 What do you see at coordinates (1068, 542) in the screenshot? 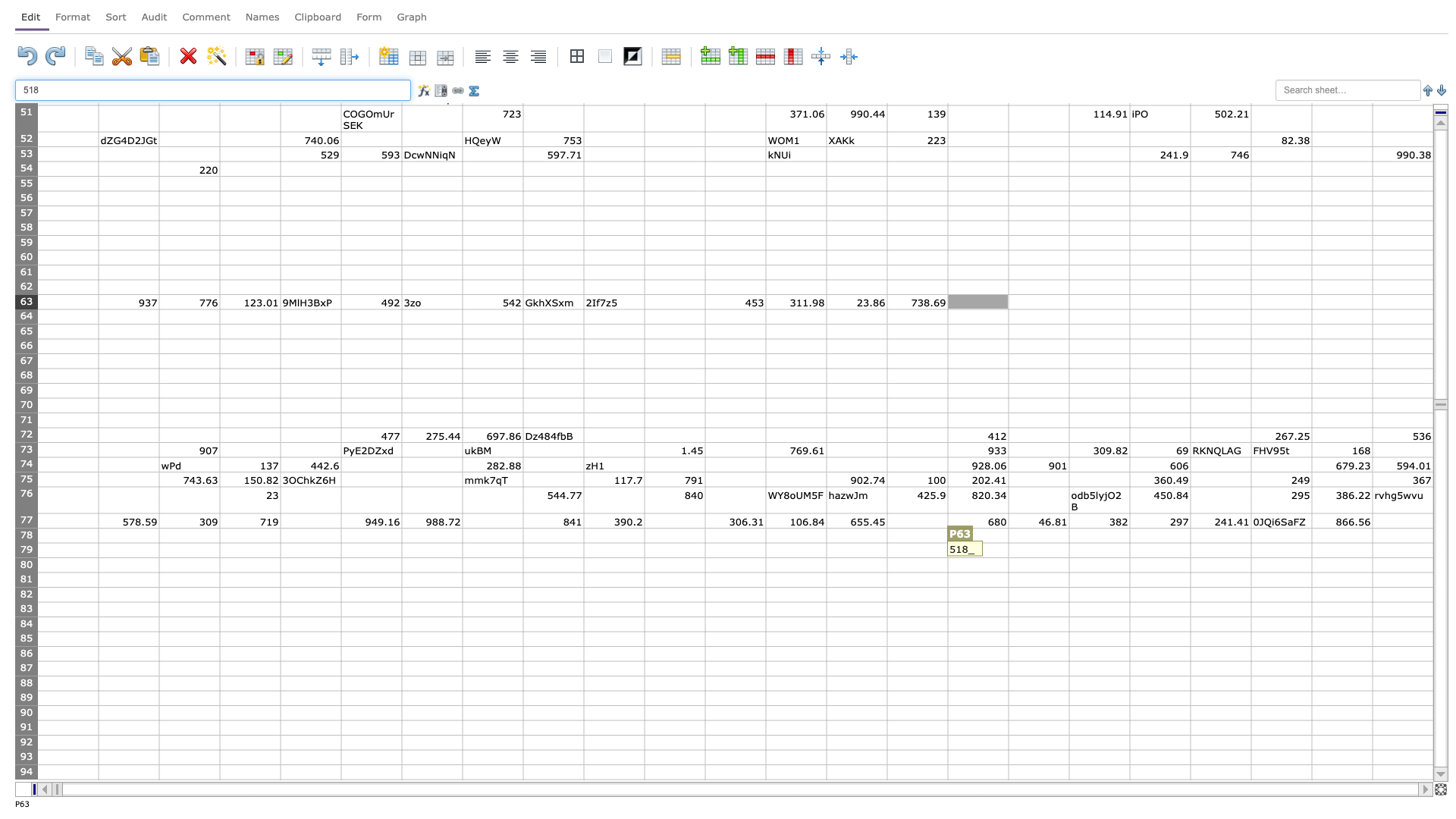
I see `Place cursor on top left corner of R79` at bounding box center [1068, 542].